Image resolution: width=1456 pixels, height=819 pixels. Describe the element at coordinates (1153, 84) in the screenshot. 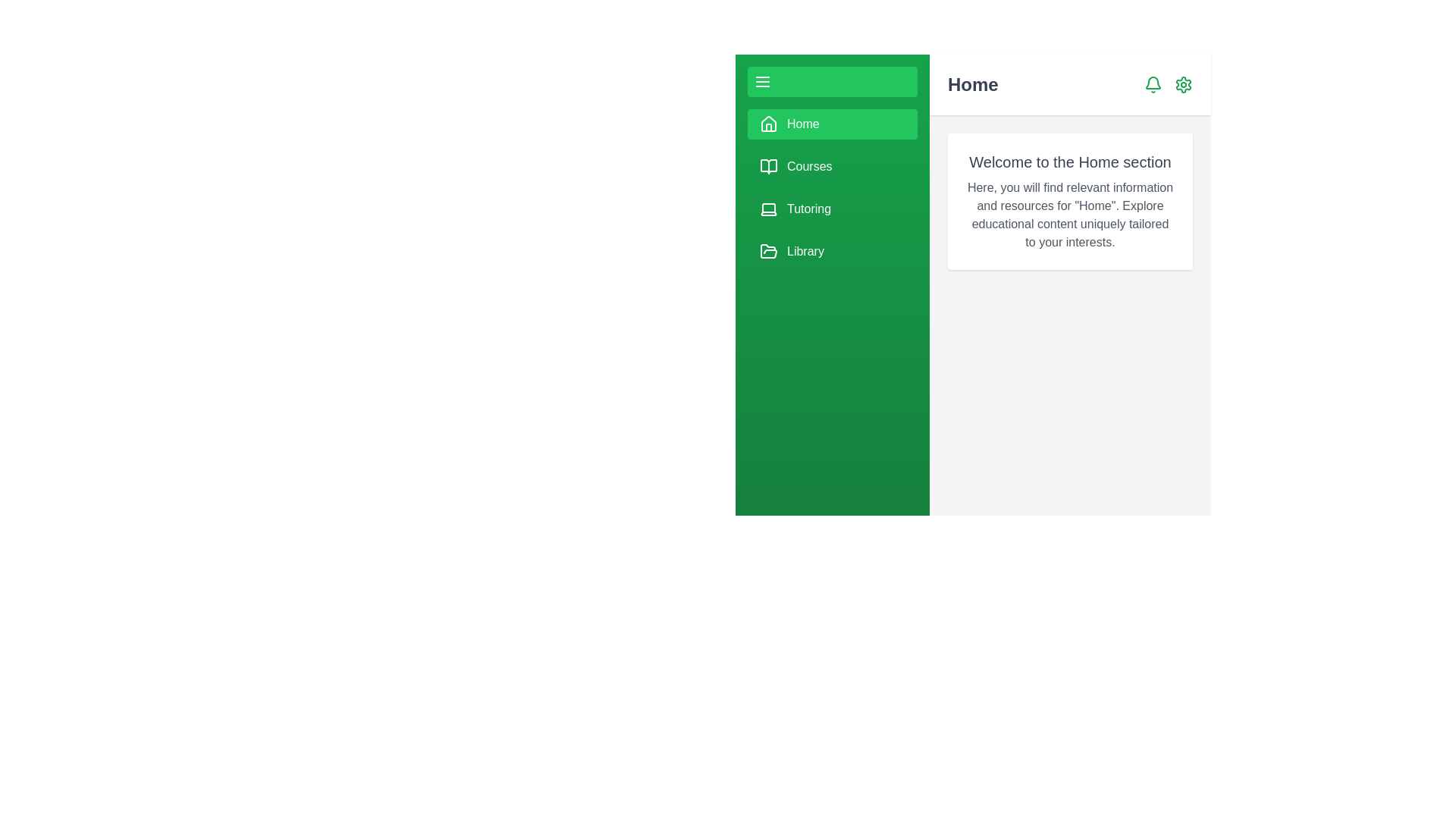

I see `the green bell icon located in the top header section` at that location.